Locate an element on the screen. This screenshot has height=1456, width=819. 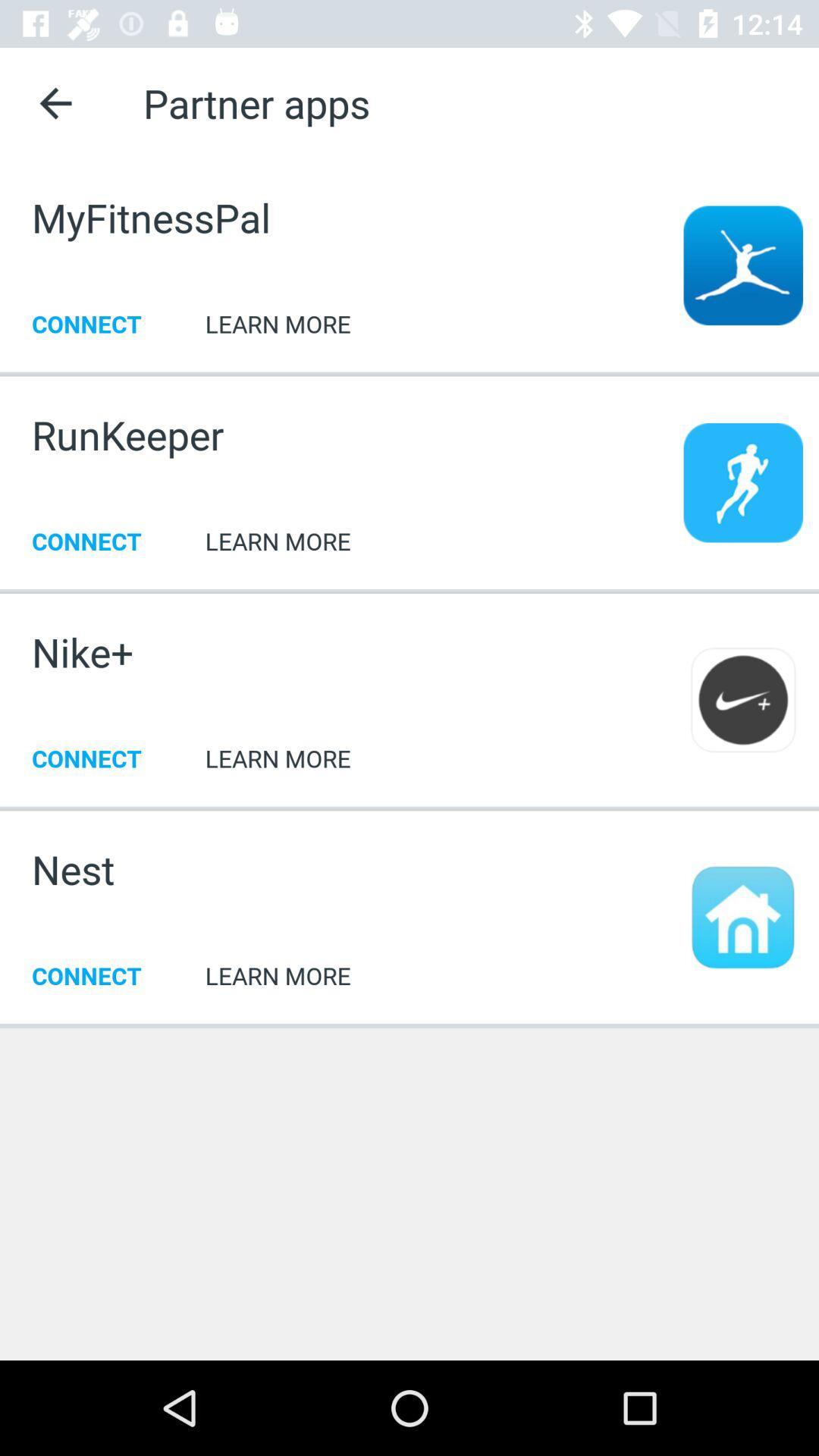
the item above myfitnesspal icon is located at coordinates (55, 102).